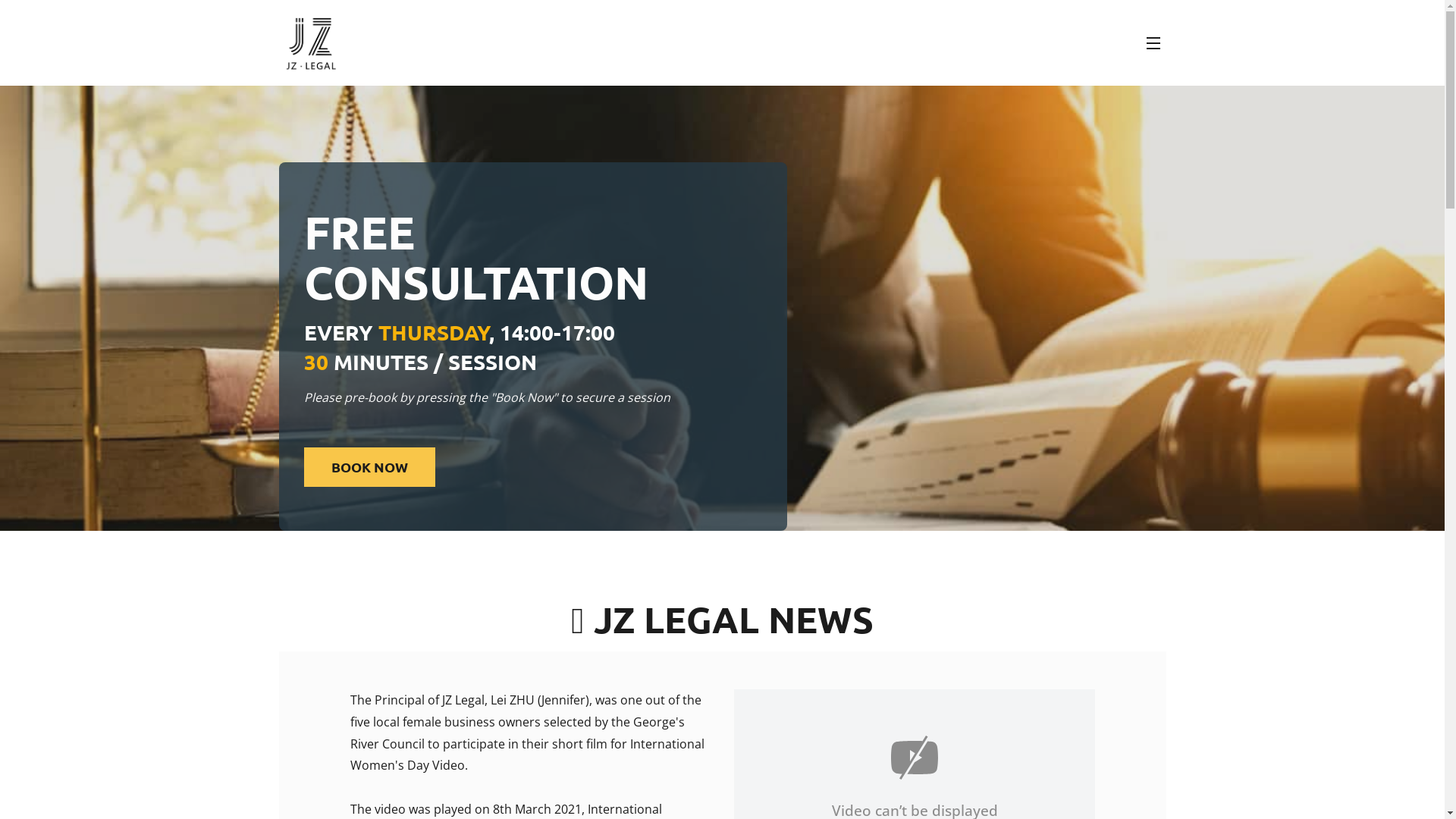 Image resolution: width=1456 pixels, height=819 pixels. What do you see at coordinates (369, 466) in the screenshot?
I see `'BOOK NOW'` at bounding box center [369, 466].